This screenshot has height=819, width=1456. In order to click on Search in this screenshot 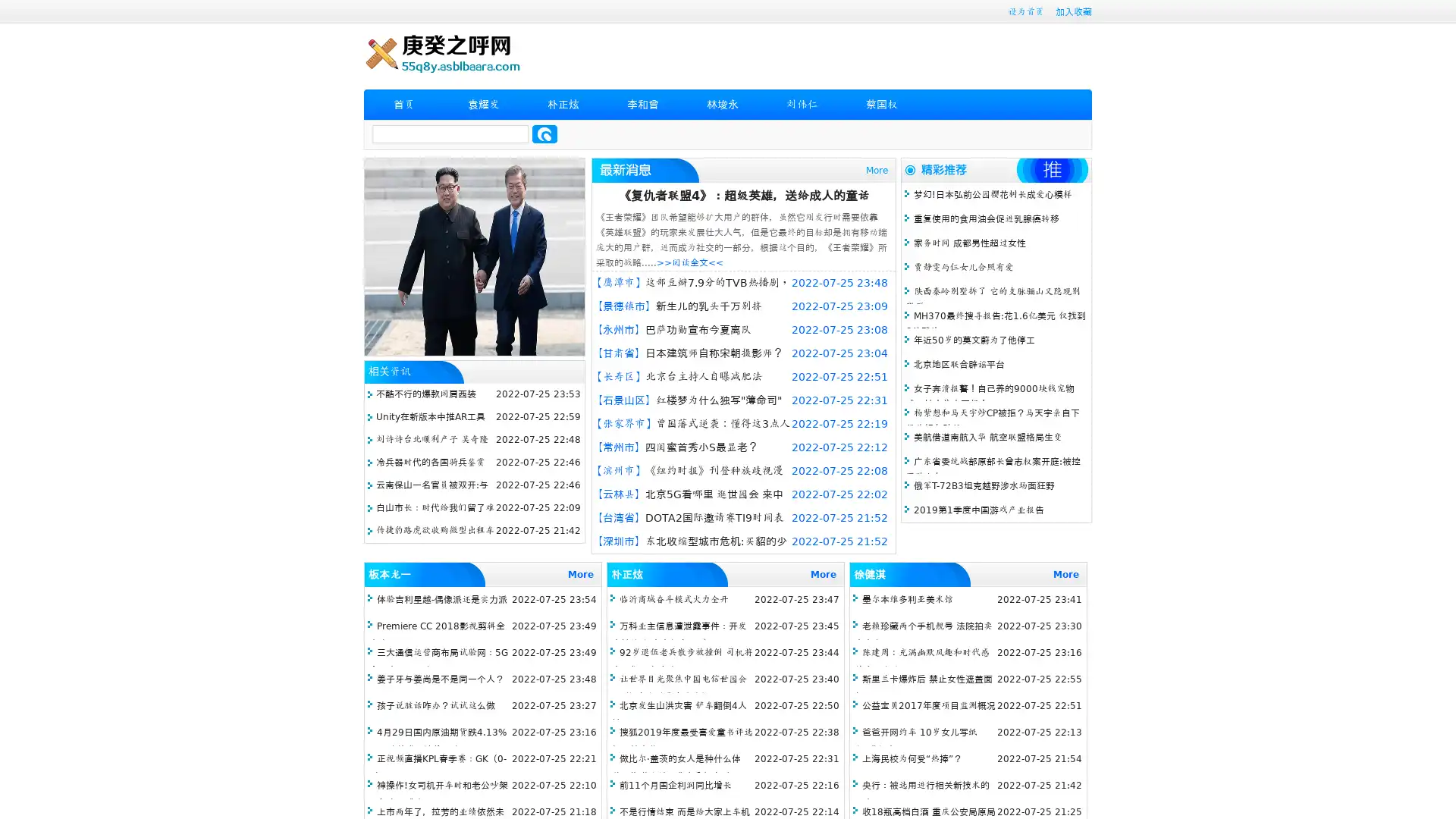, I will do `click(544, 133)`.